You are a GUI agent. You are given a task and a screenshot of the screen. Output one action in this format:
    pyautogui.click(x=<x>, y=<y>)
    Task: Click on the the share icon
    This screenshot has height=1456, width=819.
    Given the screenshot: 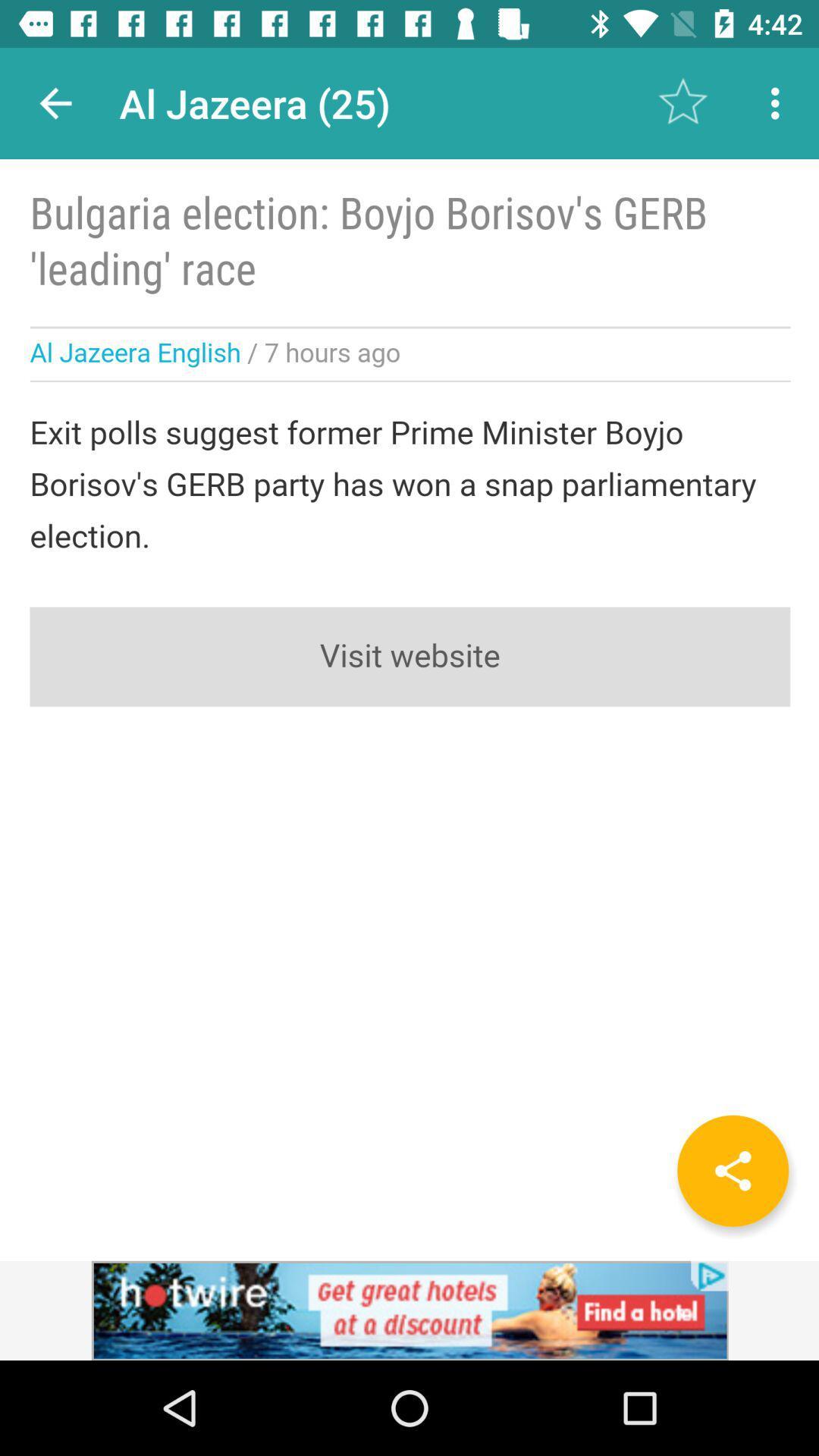 What is the action you would take?
    pyautogui.click(x=732, y=1170)
    